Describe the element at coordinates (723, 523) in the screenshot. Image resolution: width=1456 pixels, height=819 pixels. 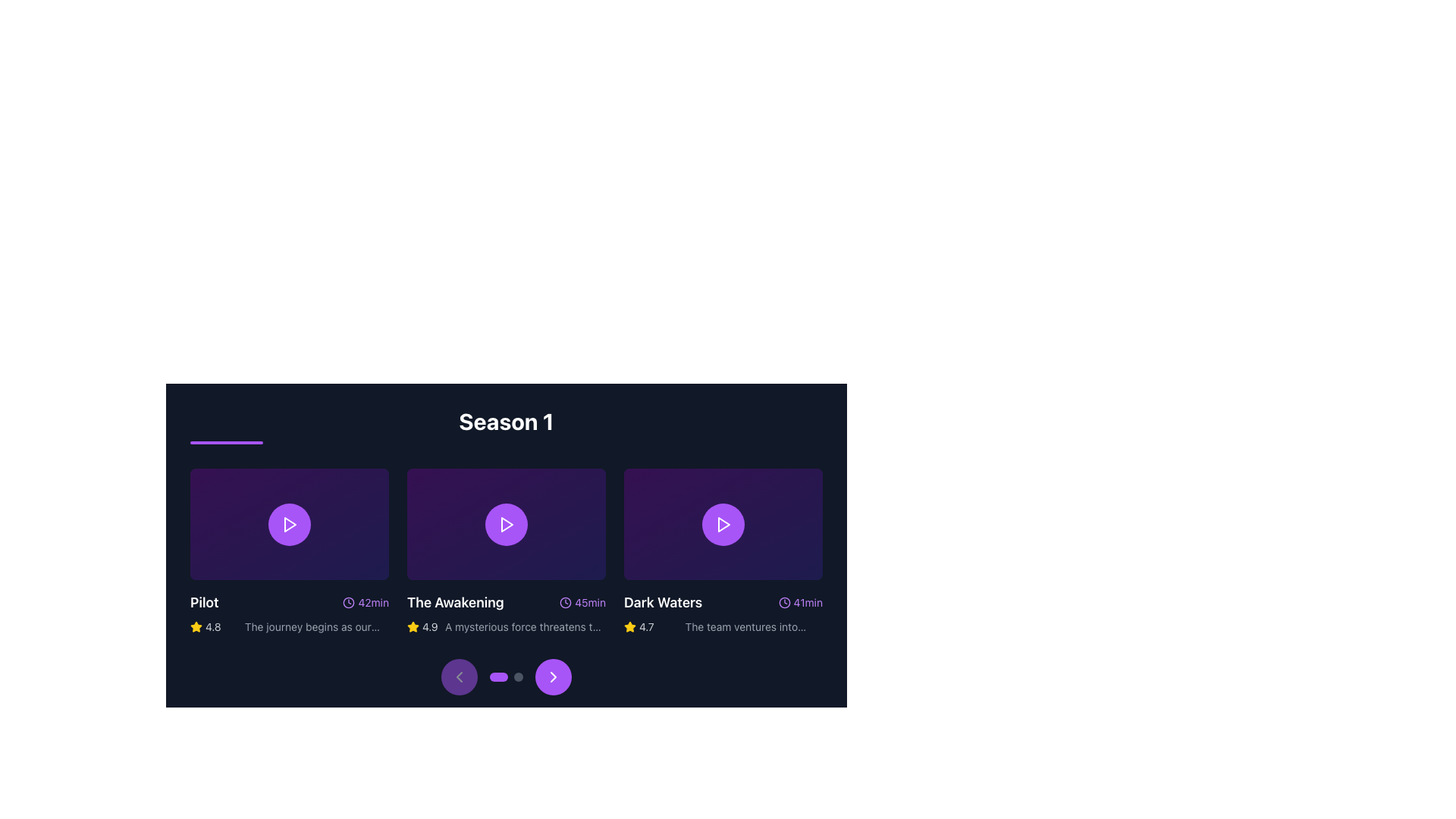
I see `the triangular play button icon located in the third card under the 'Season 1' header` at that location.